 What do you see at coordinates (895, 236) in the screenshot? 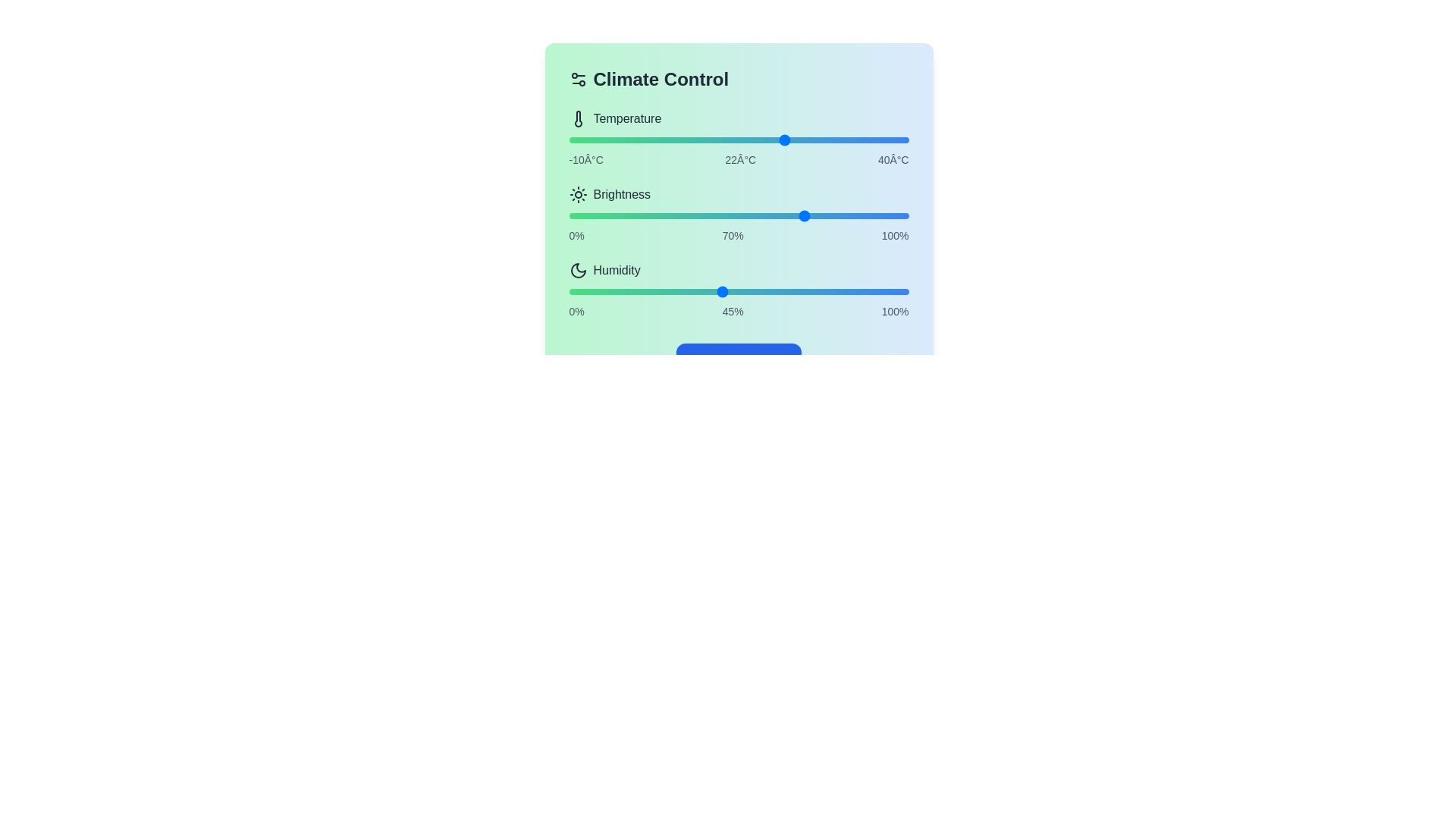
I see `text label displaying '100%' which is styled in gray and is the rightmost label in the group of three labels below the brightness adjustment slider` at bounding box center [895, 236].